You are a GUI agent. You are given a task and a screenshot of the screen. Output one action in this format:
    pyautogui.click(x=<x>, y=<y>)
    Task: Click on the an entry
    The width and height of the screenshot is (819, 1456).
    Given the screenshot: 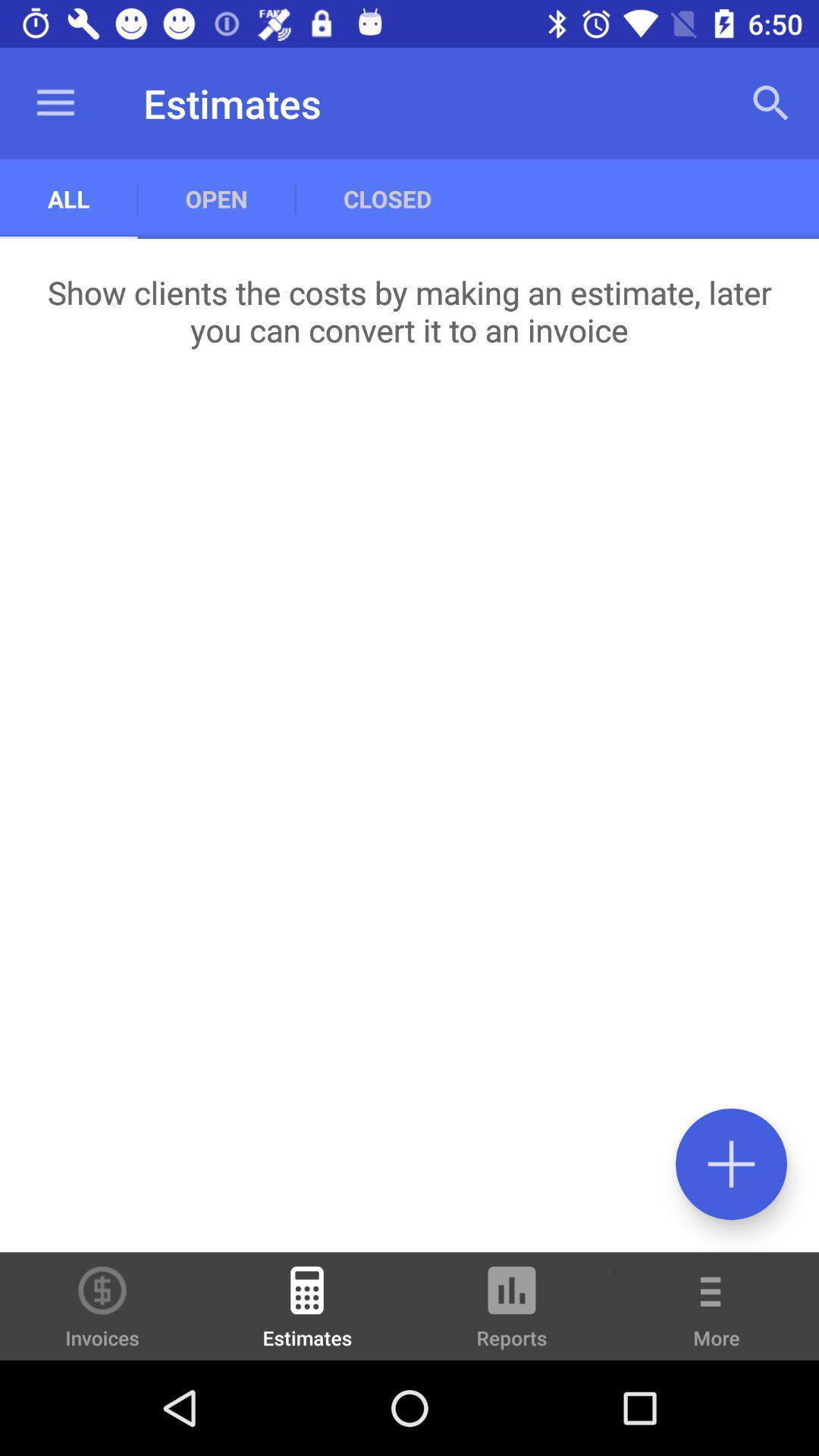 What is the action you would take?
    pyautogui.click(x=730, y=1163)
    